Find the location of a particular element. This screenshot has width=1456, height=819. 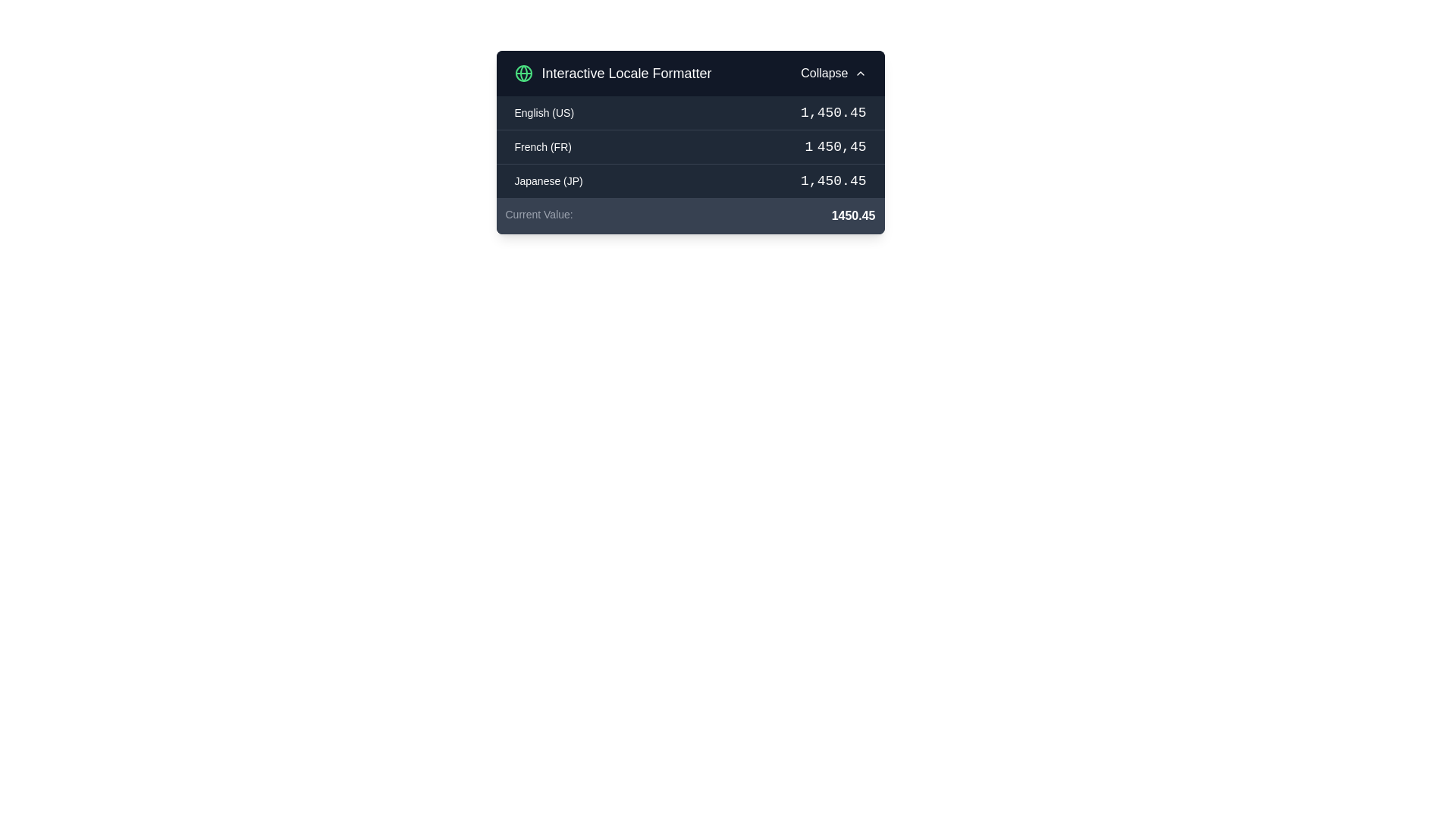

the 'Interactive Locale Formatter' Collapsible Header Section is located at coordinates (689, 73).